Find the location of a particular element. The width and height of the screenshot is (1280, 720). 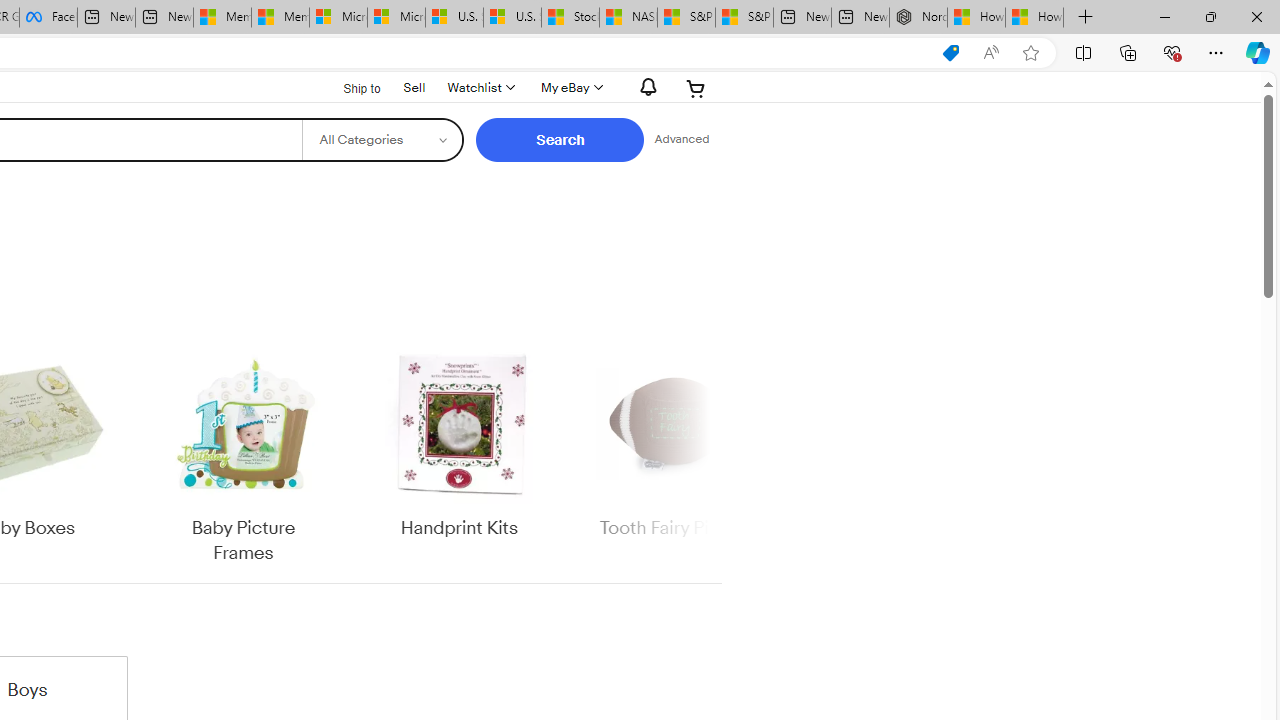

'Close' is located at coordinates (1255, 16).